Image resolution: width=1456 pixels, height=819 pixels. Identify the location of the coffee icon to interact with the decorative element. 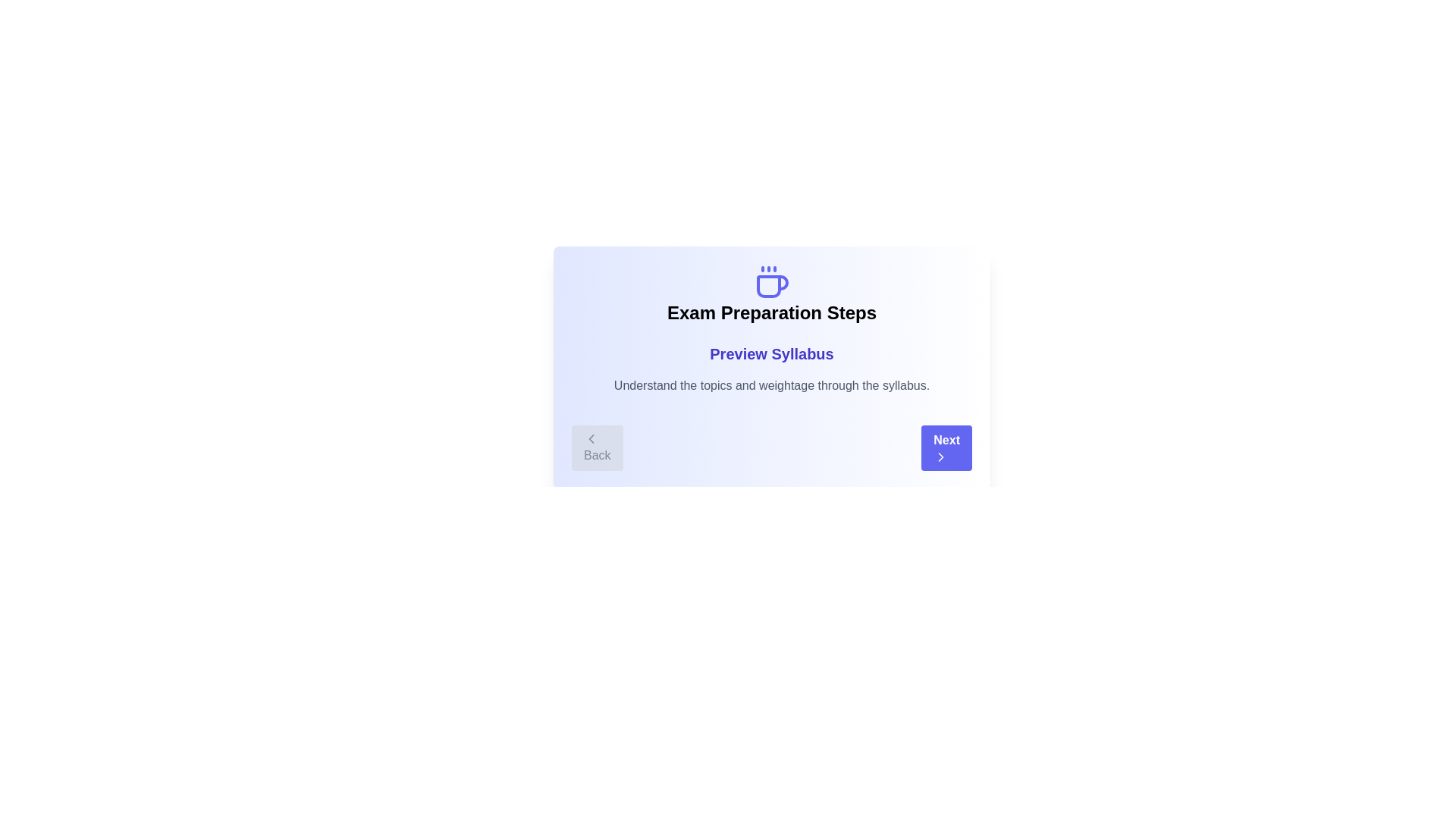
(771, 283).